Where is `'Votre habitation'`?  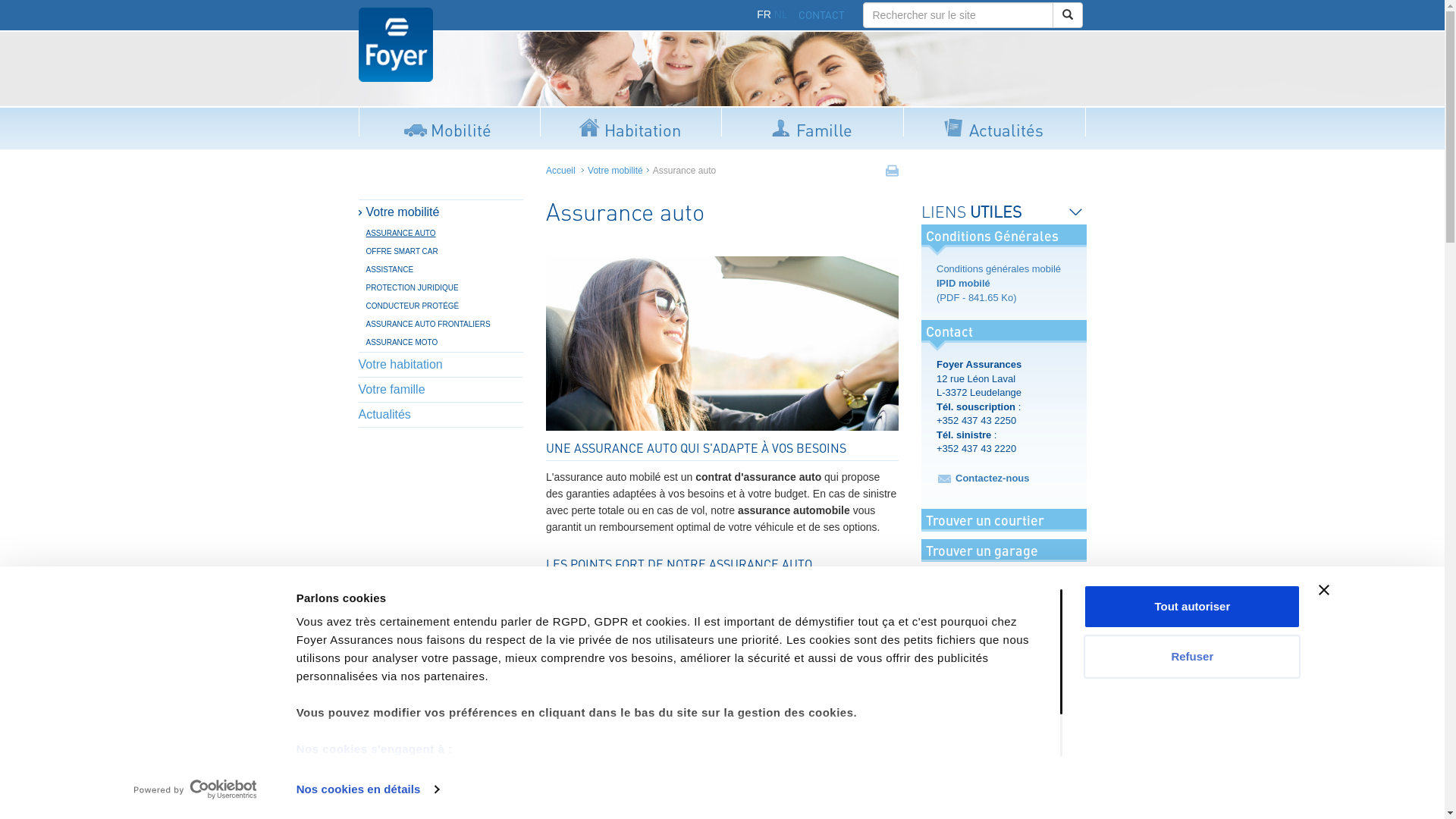
'Votre habitation' is located at coordinates (439, 365).